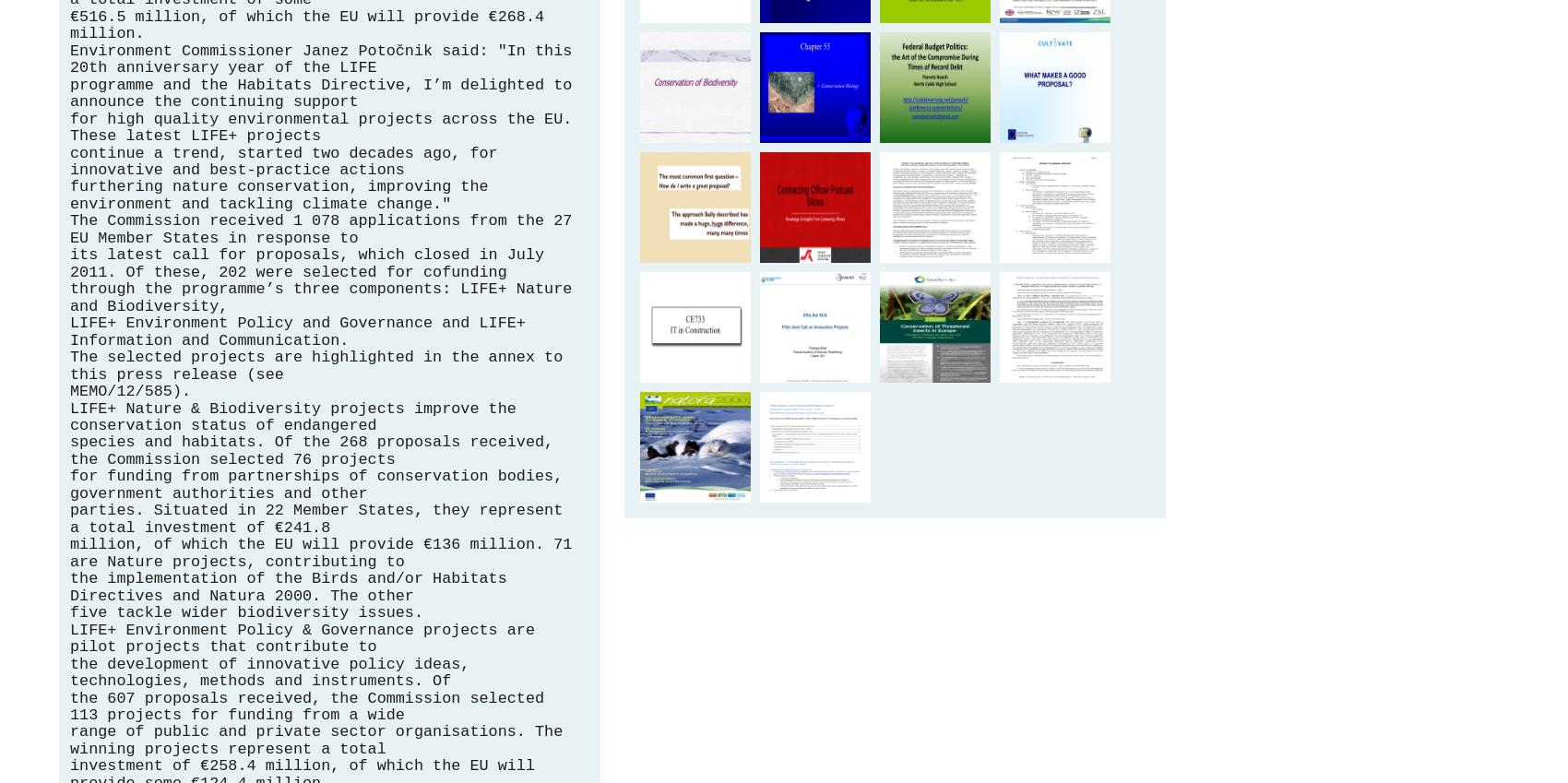 The width and height of the screenshot is (1568, 783). I want to click on 'Lecture #24 Date', so click(814, 73).